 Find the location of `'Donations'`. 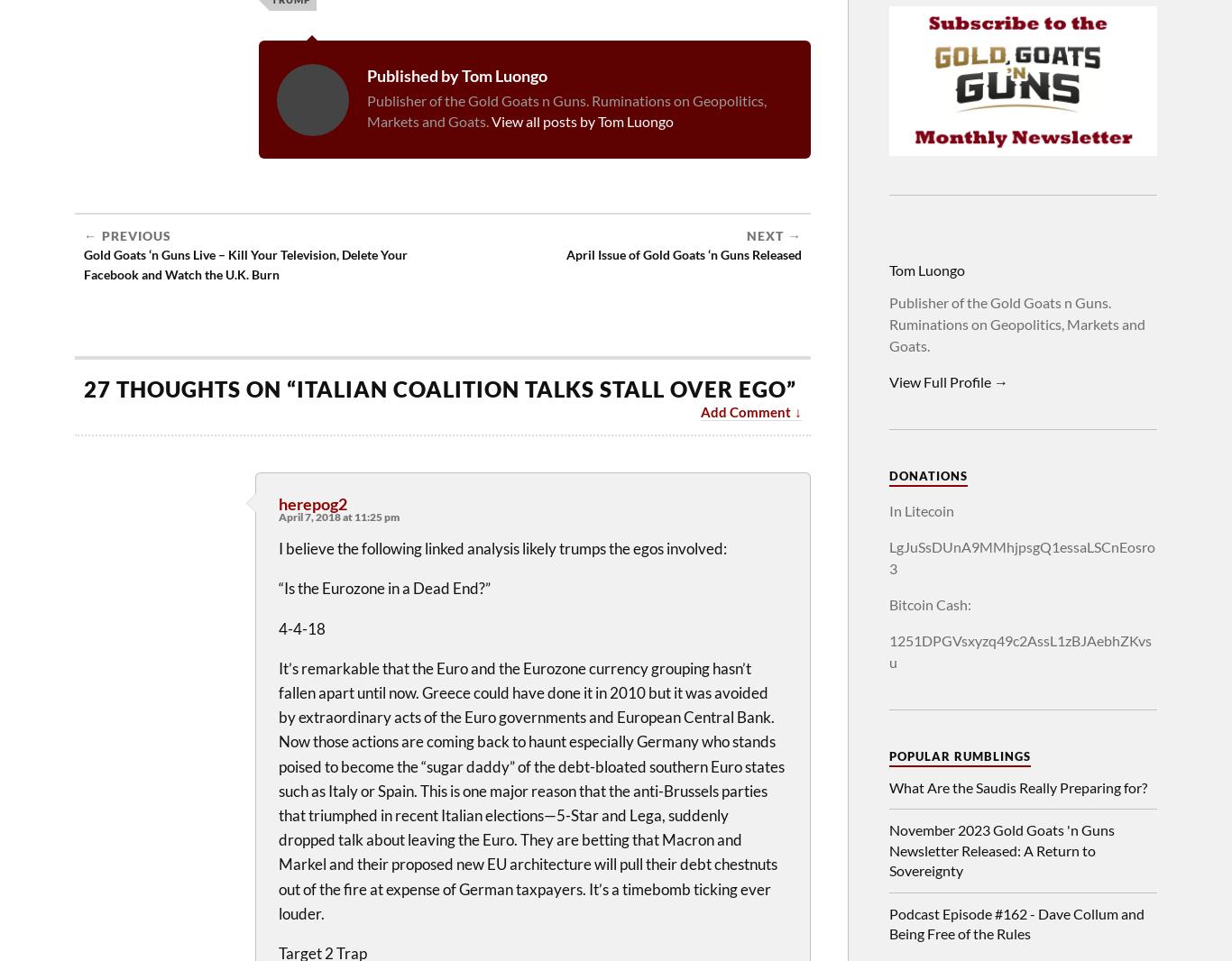

'Donations' is located at coordinates (927, 475).